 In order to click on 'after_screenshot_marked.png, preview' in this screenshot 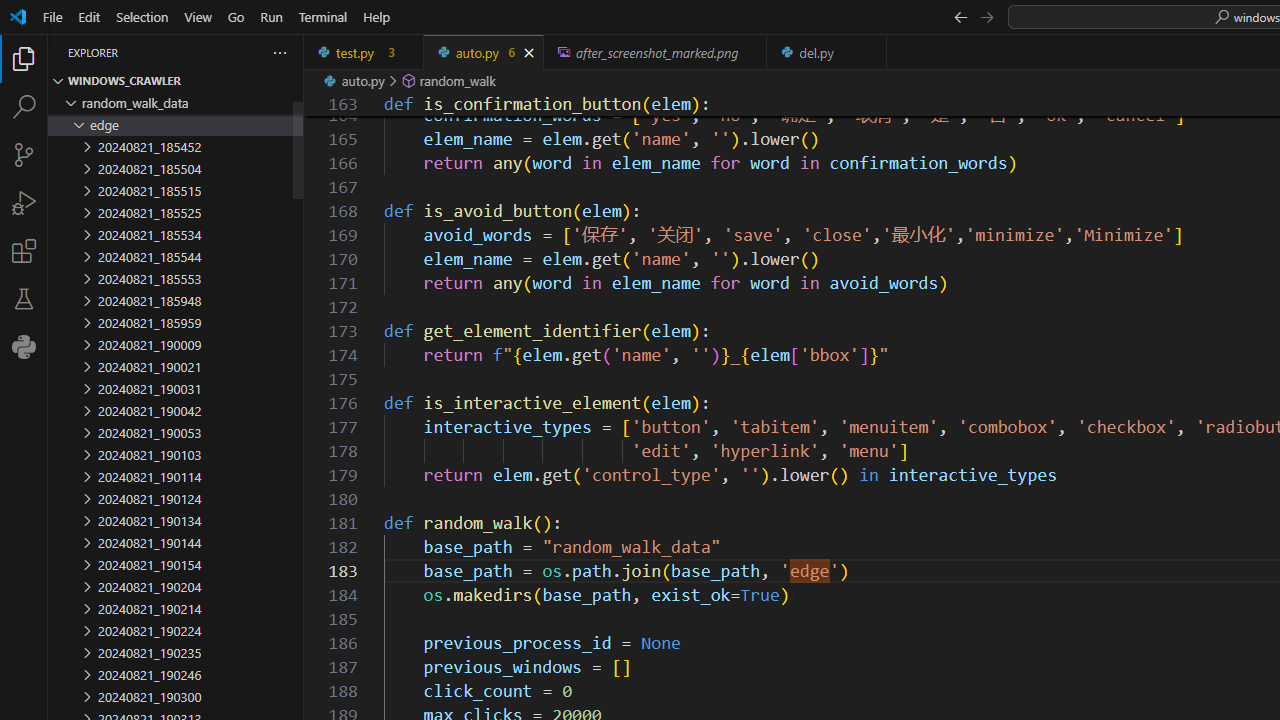, I will do `click(656, 51)`.